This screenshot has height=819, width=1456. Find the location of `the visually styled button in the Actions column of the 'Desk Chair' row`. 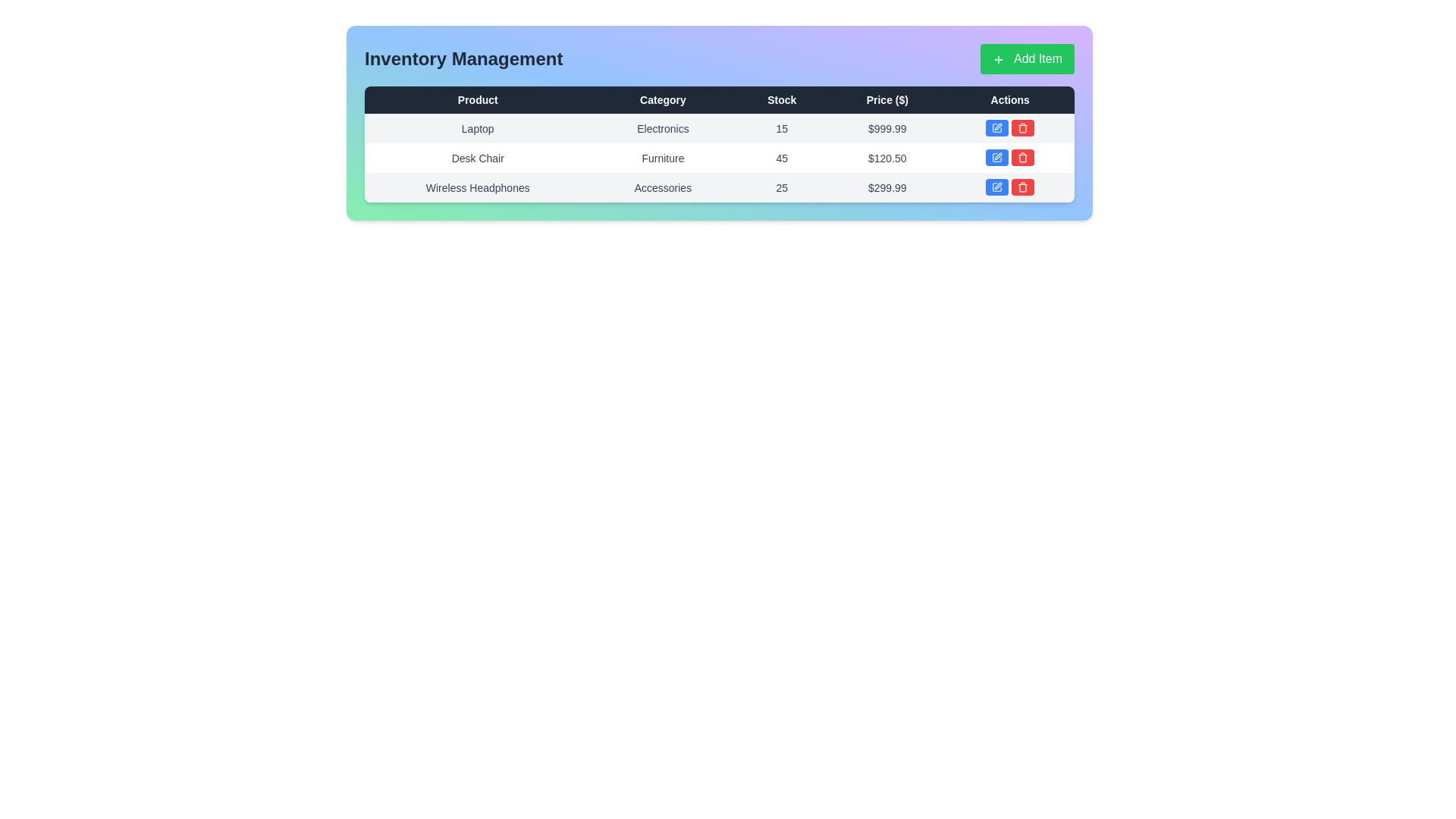

the visually styled button in the Actions column of the 'Desk Chair' row is located at coordinates (1010, 158).